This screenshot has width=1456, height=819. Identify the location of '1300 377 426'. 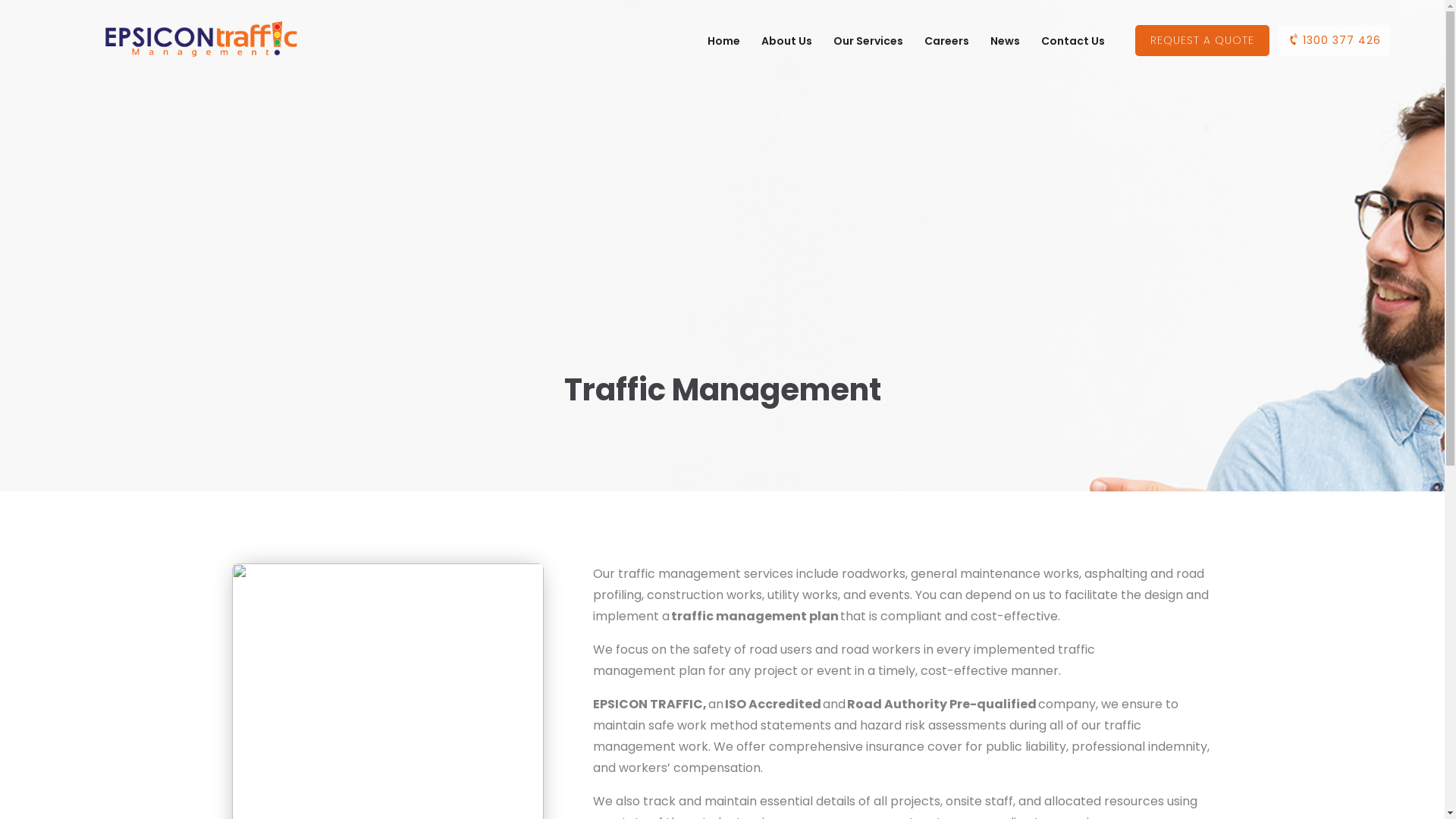
(1333, 39).